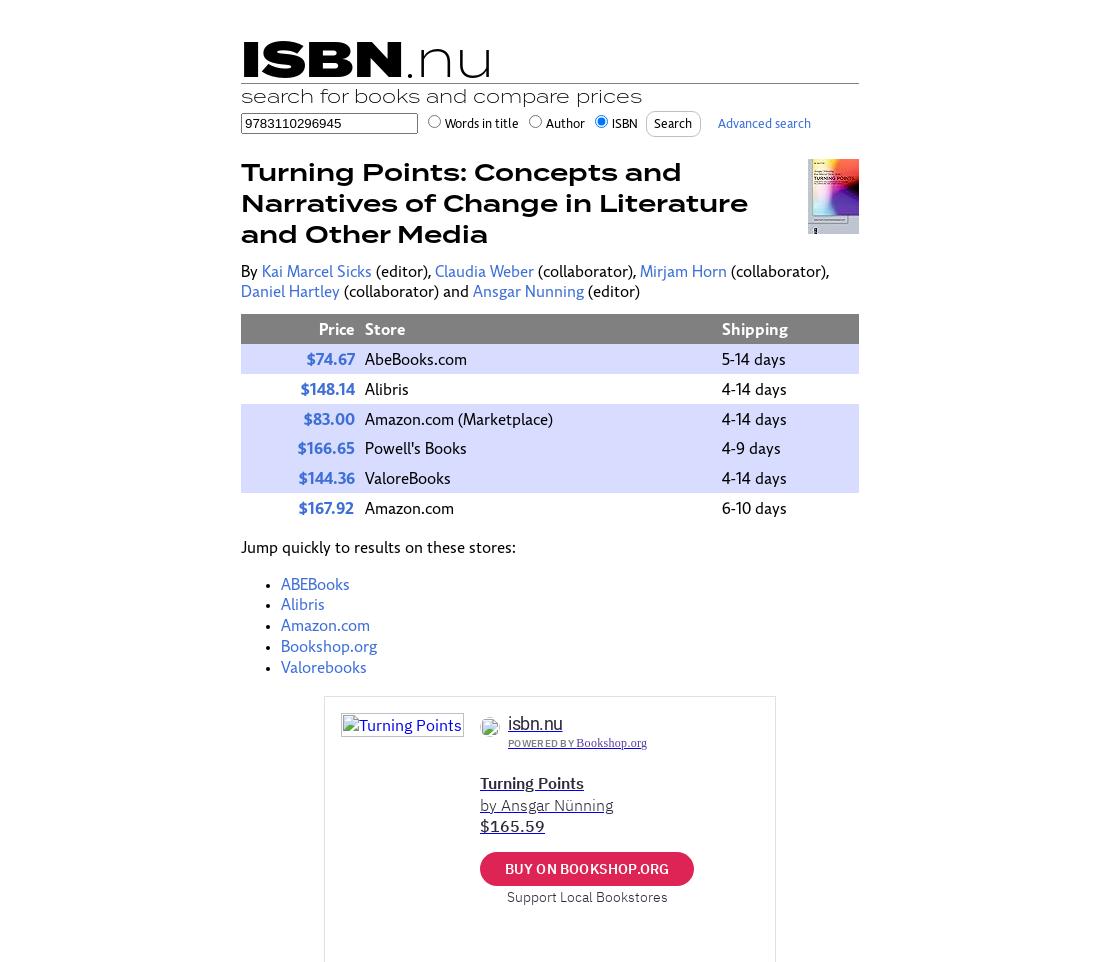 This screenshot has width=1100, height=962. Describe the element at coordinates (328, 418) in the screenshot. I see `'$83.00'` at that location.